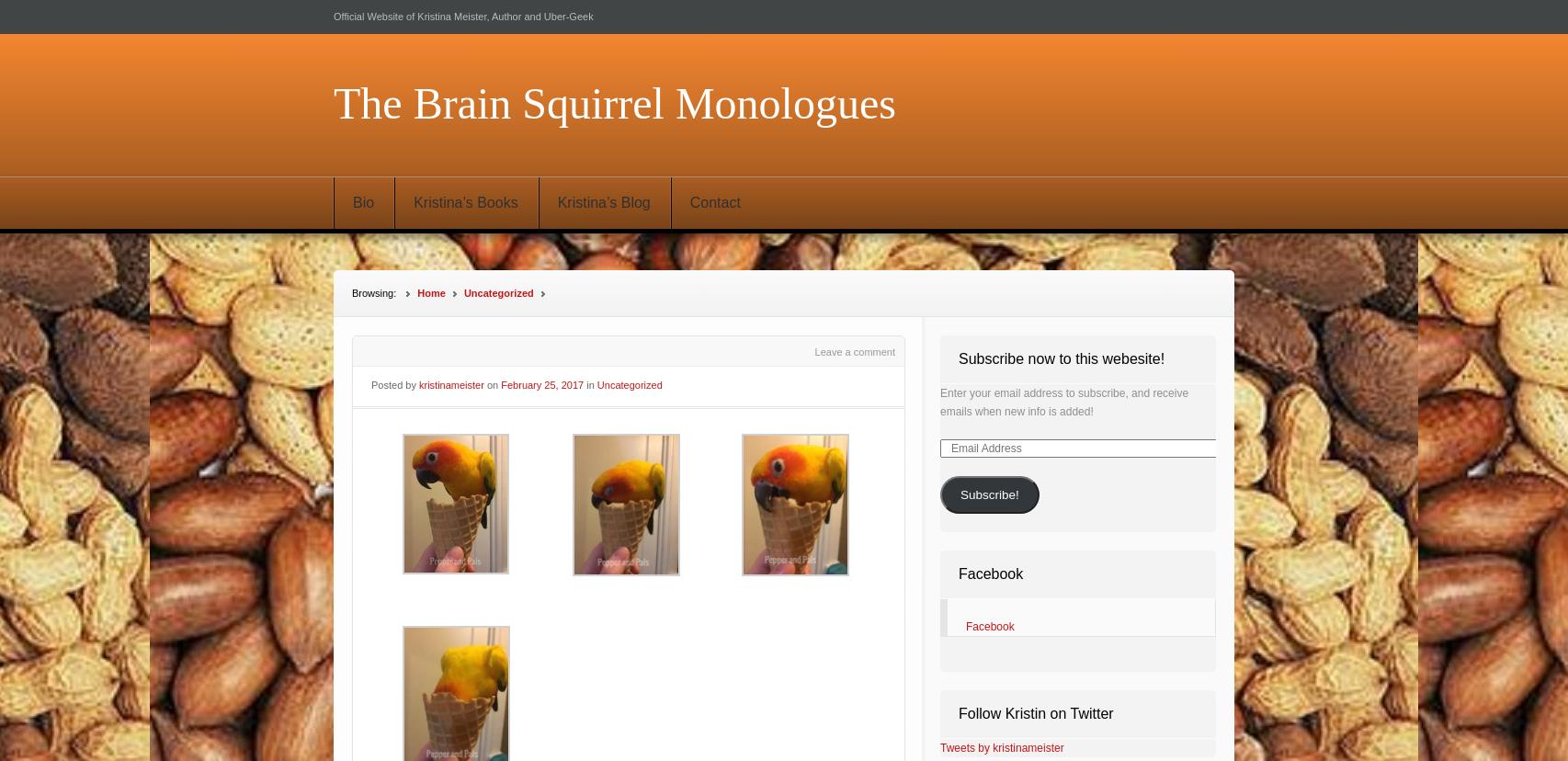 The width and height of the screenshot is (1568, 761). I want to click on 'Subscribe!', so click(988, 494).